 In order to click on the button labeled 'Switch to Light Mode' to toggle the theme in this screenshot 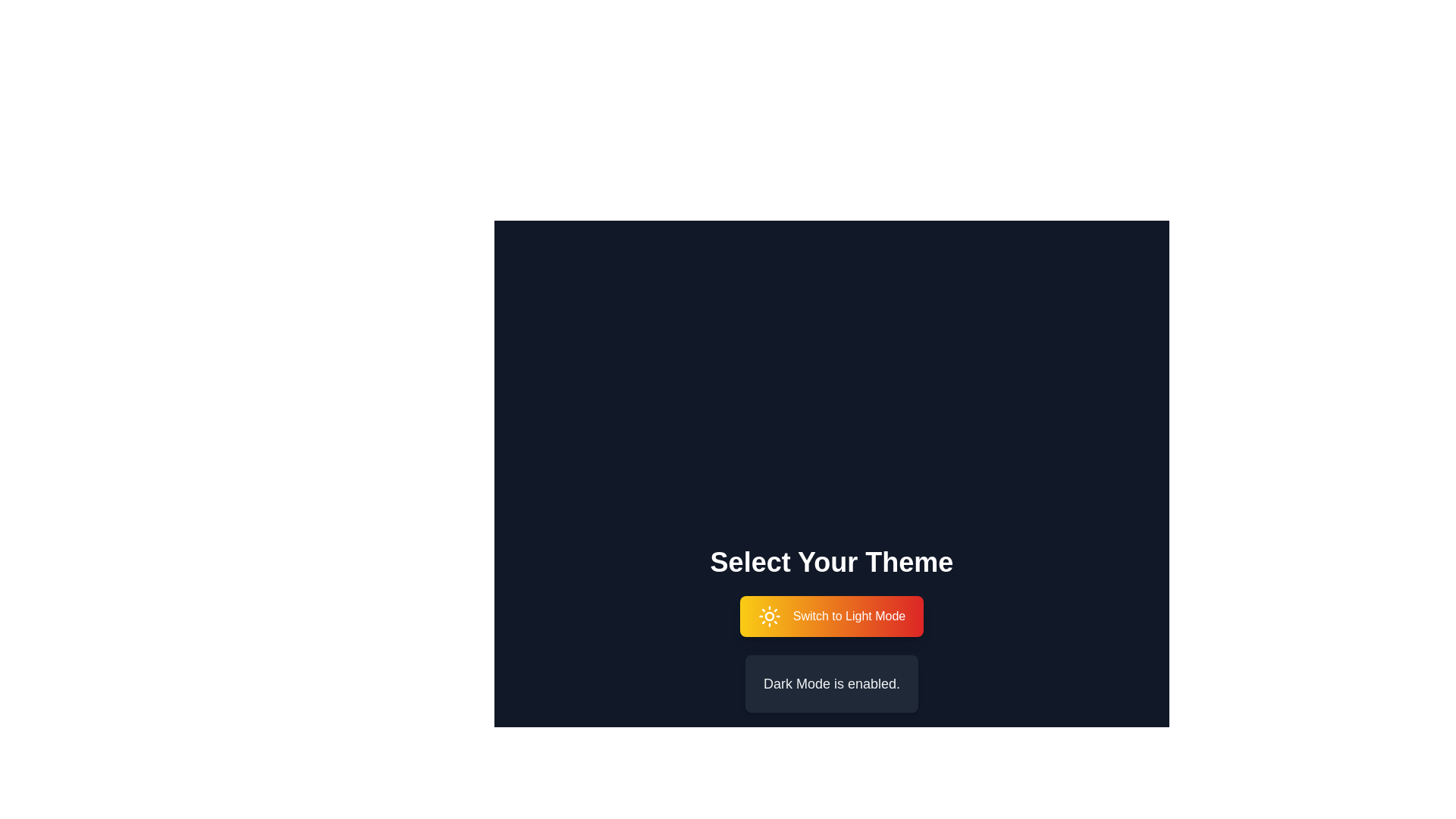, I will do `click(831, 617)`.